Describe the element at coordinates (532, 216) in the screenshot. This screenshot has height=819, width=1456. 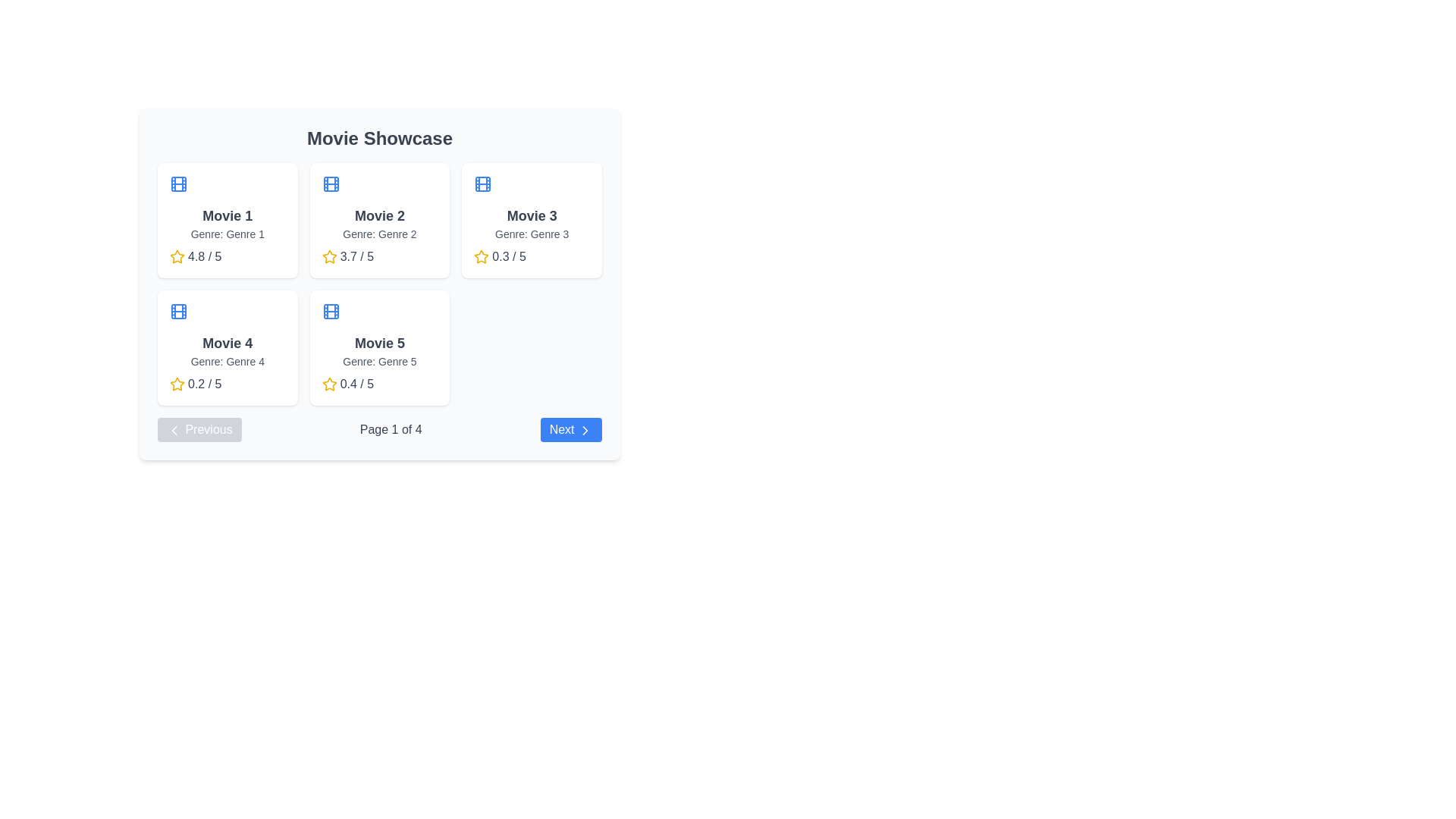
I see `the bold text label displaying 'Movie 3', which is located in the second row, first column of the grid layout, above the genre and rating text` at that location.